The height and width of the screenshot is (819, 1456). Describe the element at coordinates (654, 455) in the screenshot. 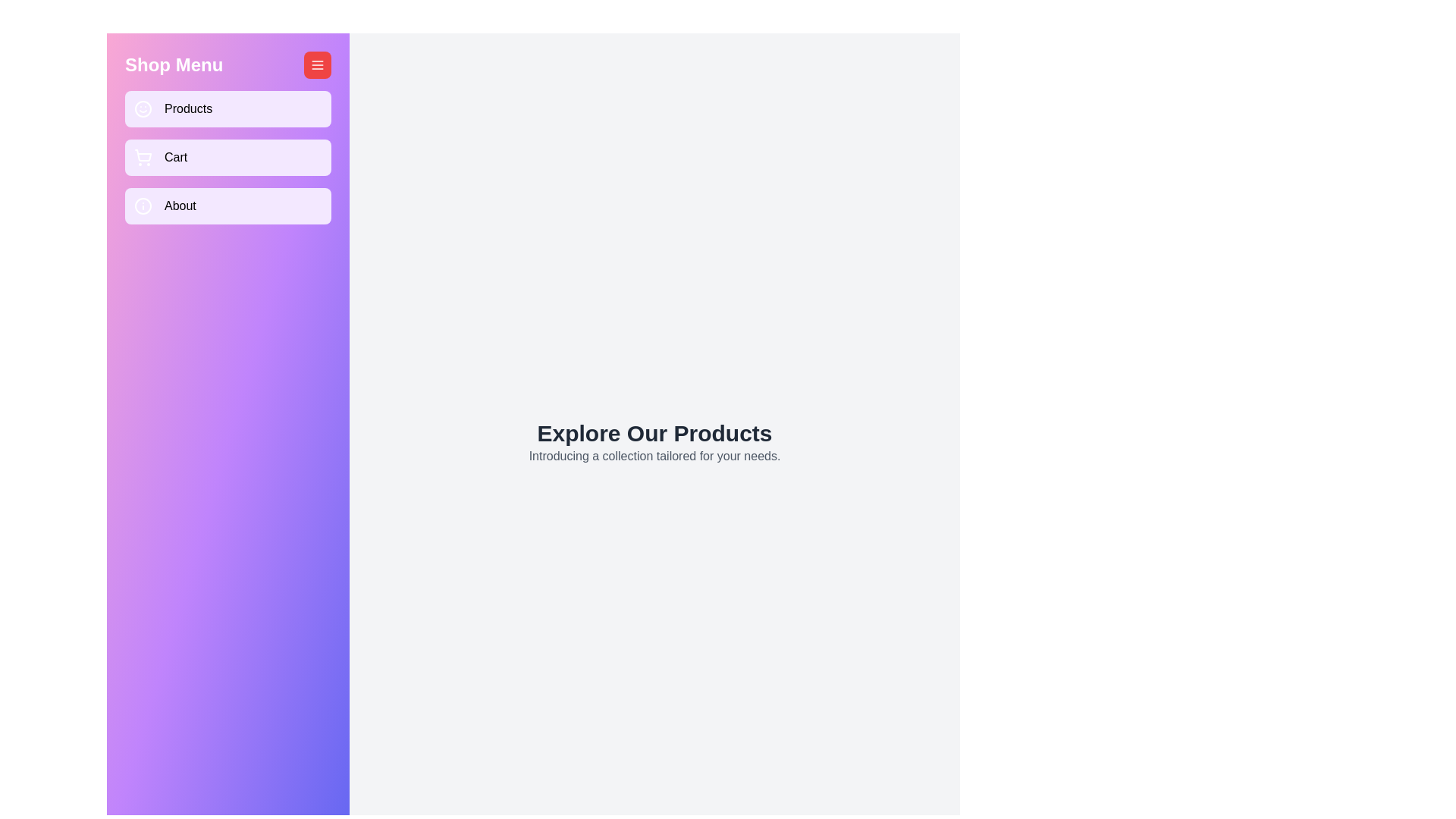

I see `the text element containing 'Introducing a collection tailored for your needs.'` at that location.